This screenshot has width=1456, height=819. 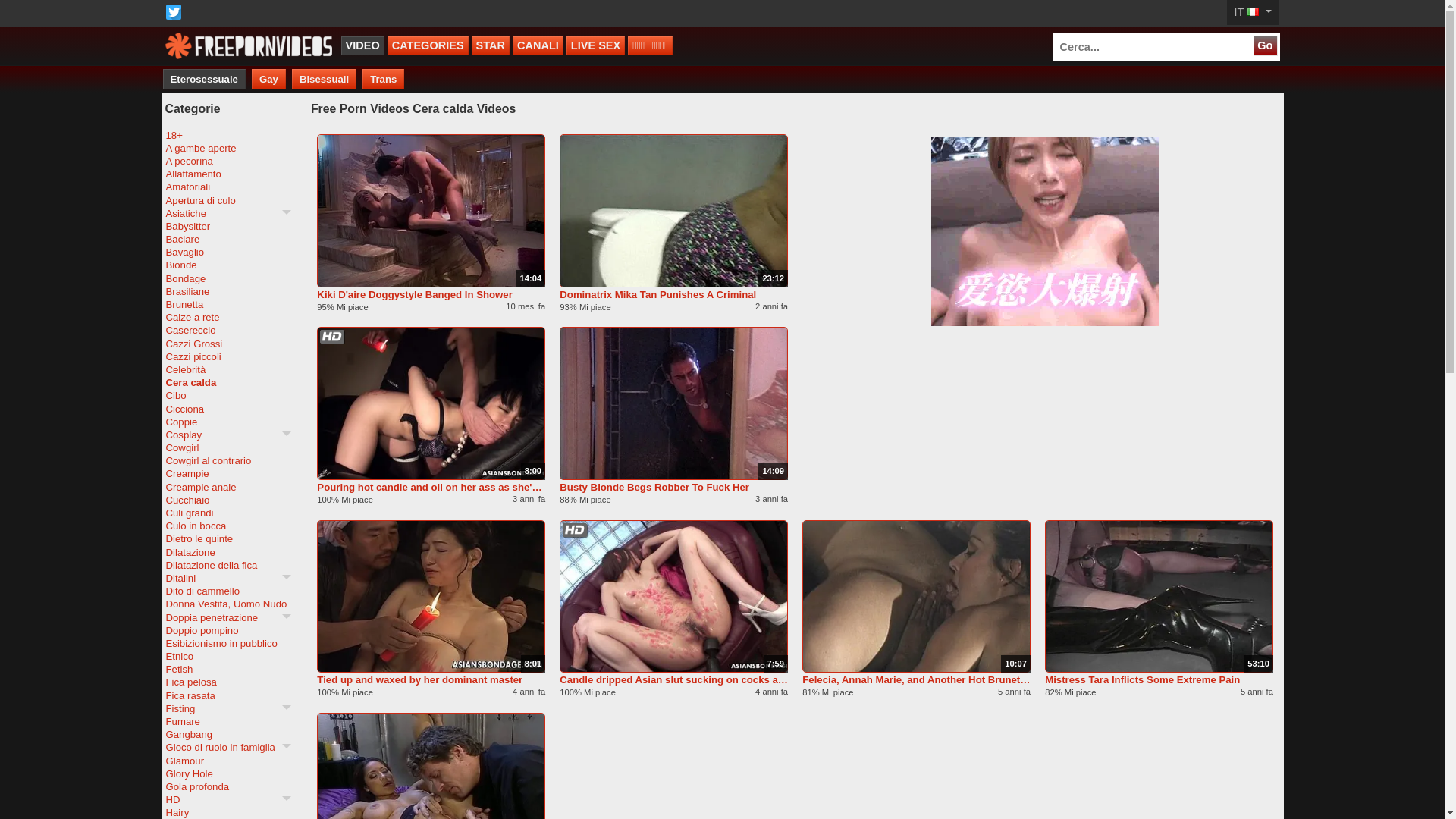 What do you see at coordinates (430, 595) in the screenshot?
I see `'8:01'` at bounding box center [430, 595].